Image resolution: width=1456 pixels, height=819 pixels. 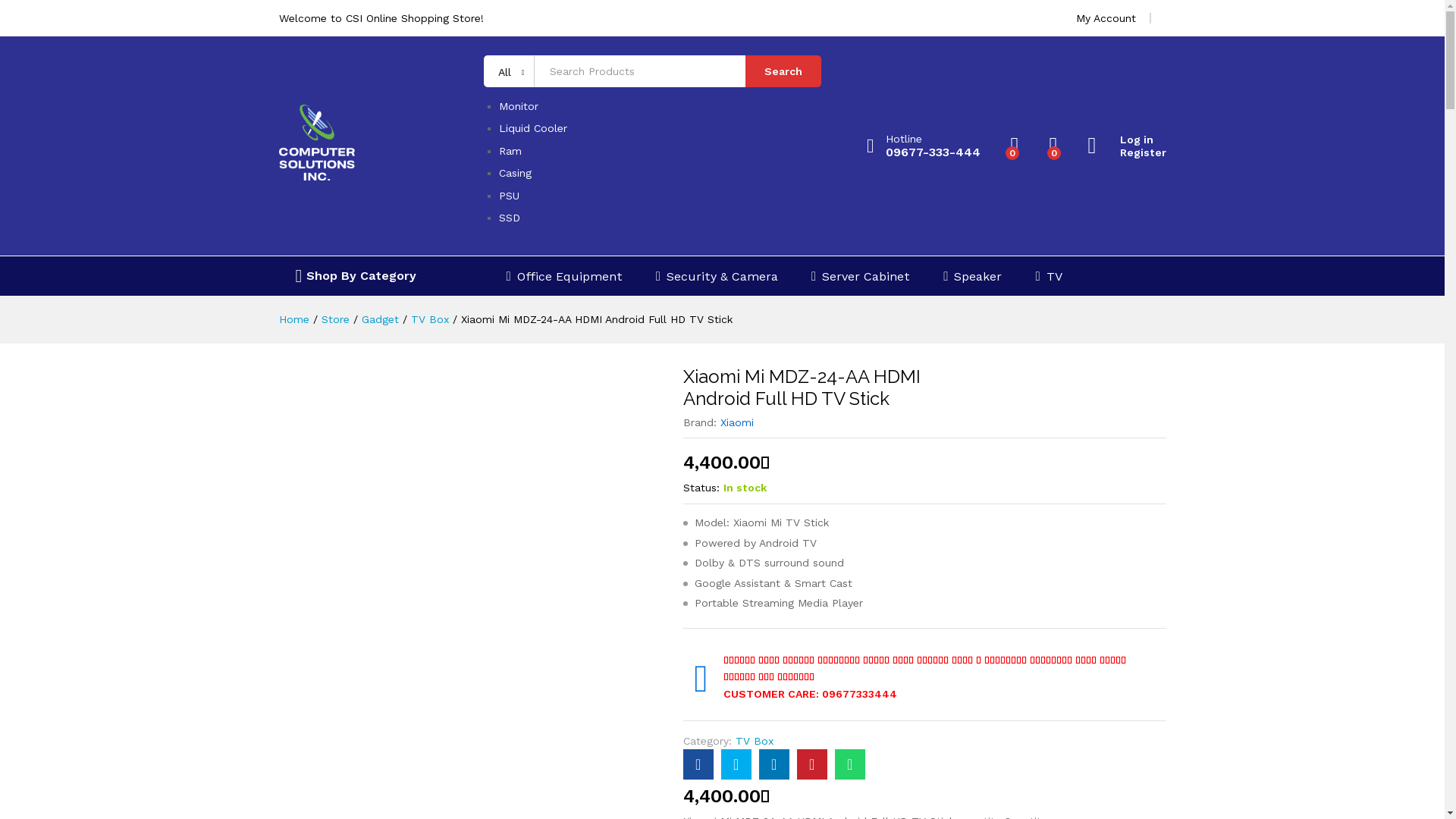 What do you see at coordinates (510, 217) in the screenshot?
I see `'SSD'` at bounding box center [510, 217].